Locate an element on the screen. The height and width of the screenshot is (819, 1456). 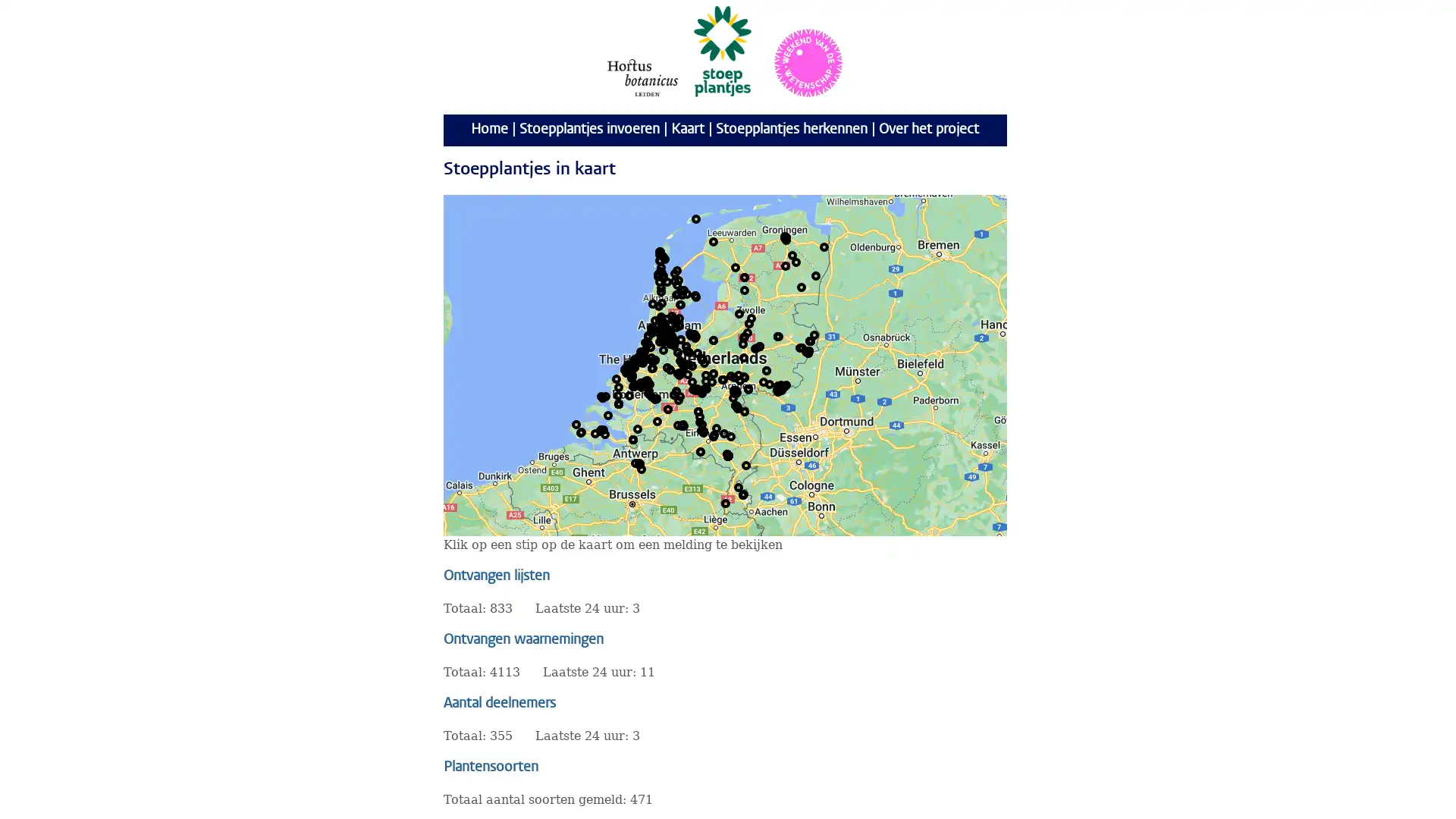
Telling van op 16 januari 2022 is located at coordinates (666, 330).